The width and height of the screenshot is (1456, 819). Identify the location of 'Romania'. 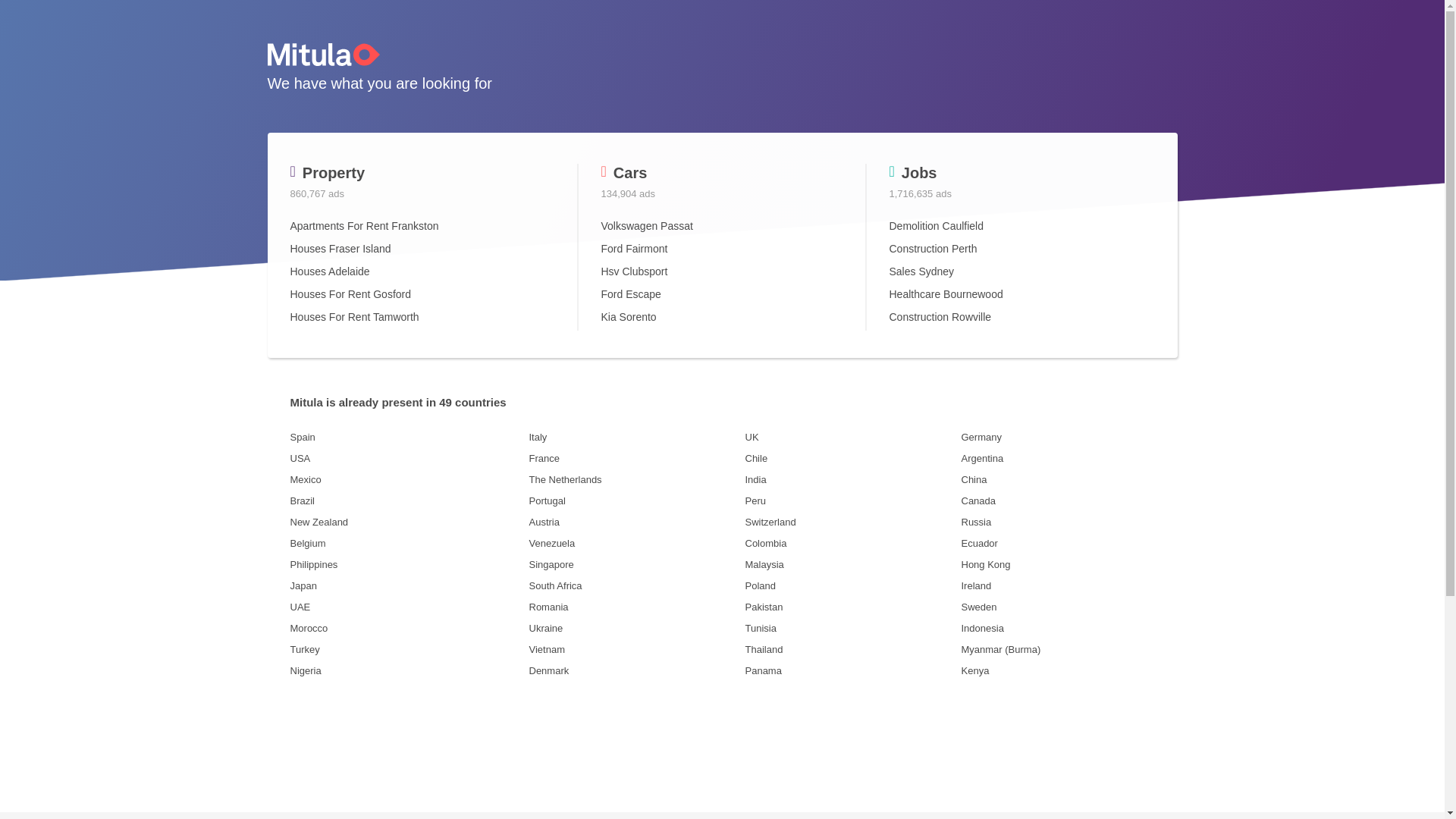
(626, 607).